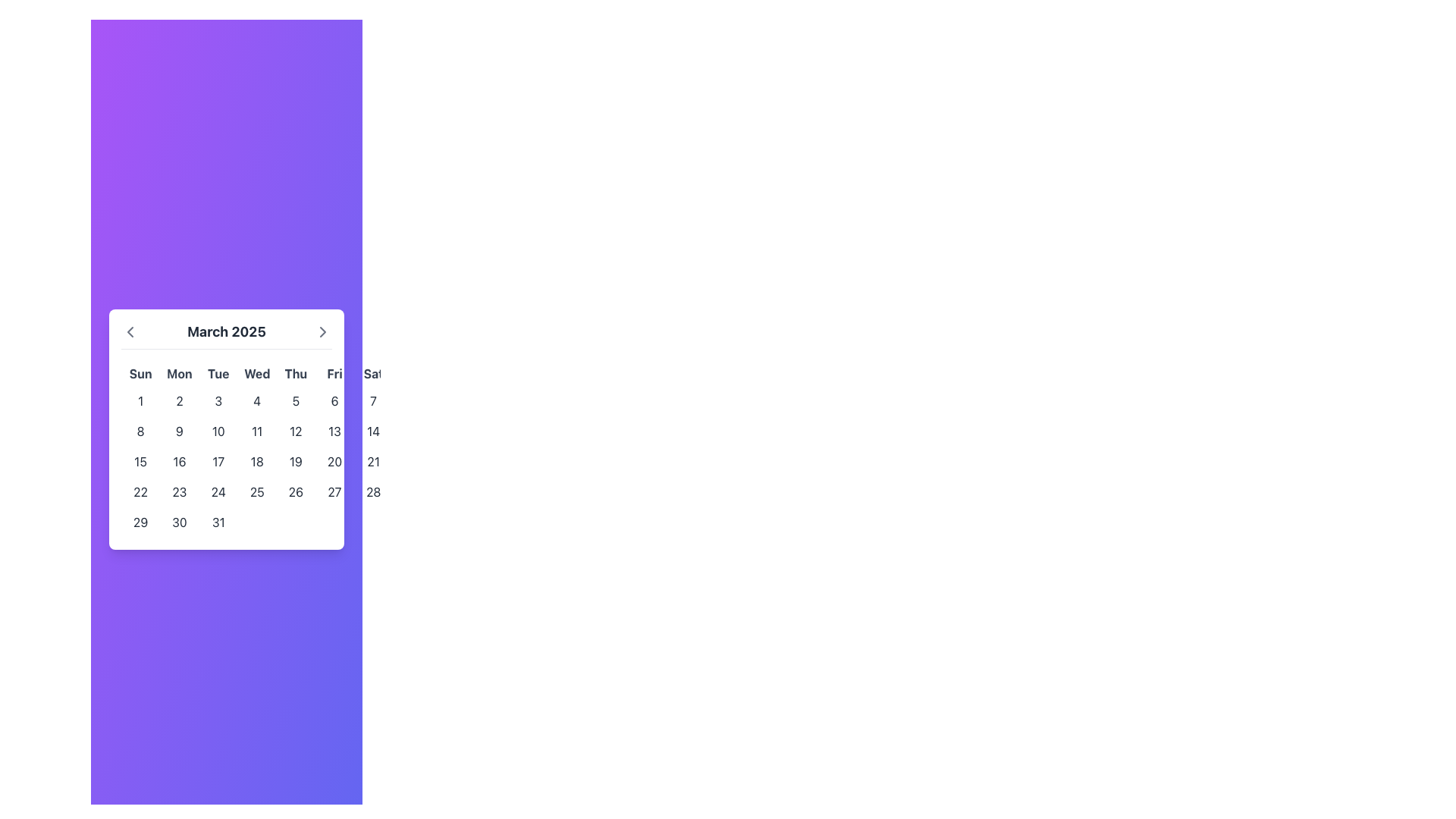 The width and height of the screenshot is (1456, 819). Describe the element at coordinates (257, 448) in the screenshot. I see `a specific date in the calendar table for March 2025` at that location.